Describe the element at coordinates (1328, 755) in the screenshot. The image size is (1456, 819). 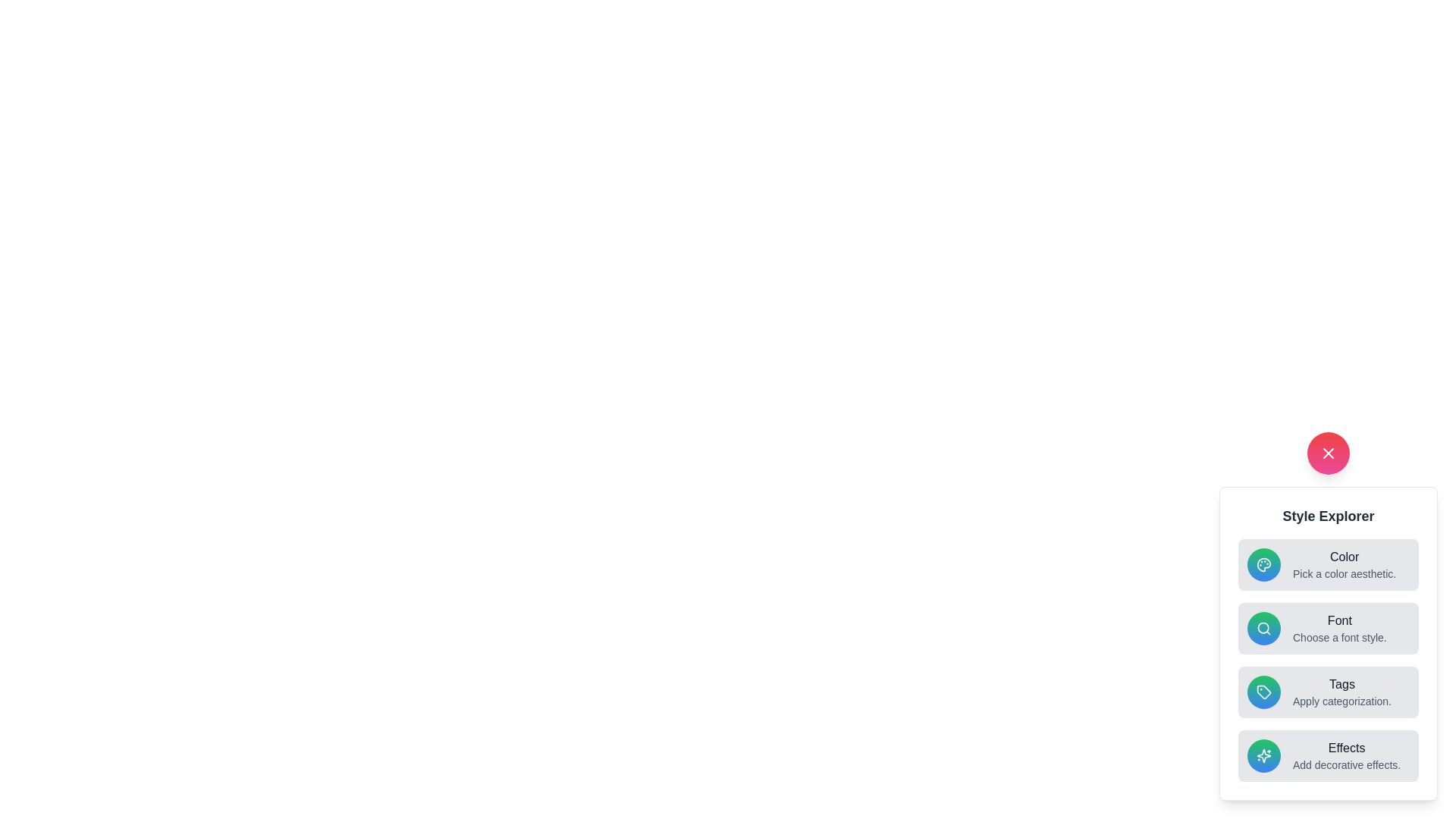
I see `the style option labeled Effects` at that location.